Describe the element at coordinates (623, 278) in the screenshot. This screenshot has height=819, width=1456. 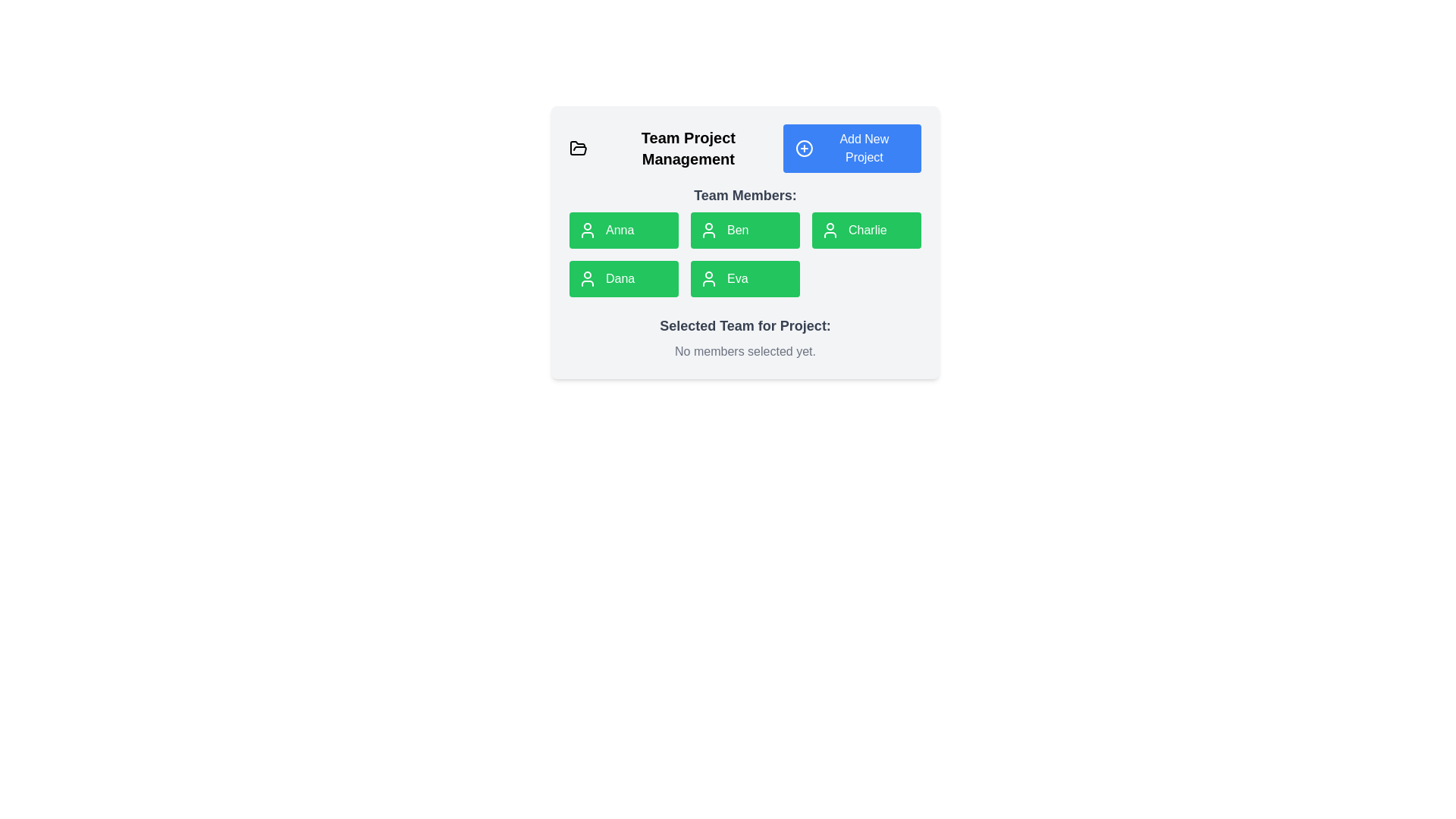
I see `the button representing team member 'Dana'` at that location.